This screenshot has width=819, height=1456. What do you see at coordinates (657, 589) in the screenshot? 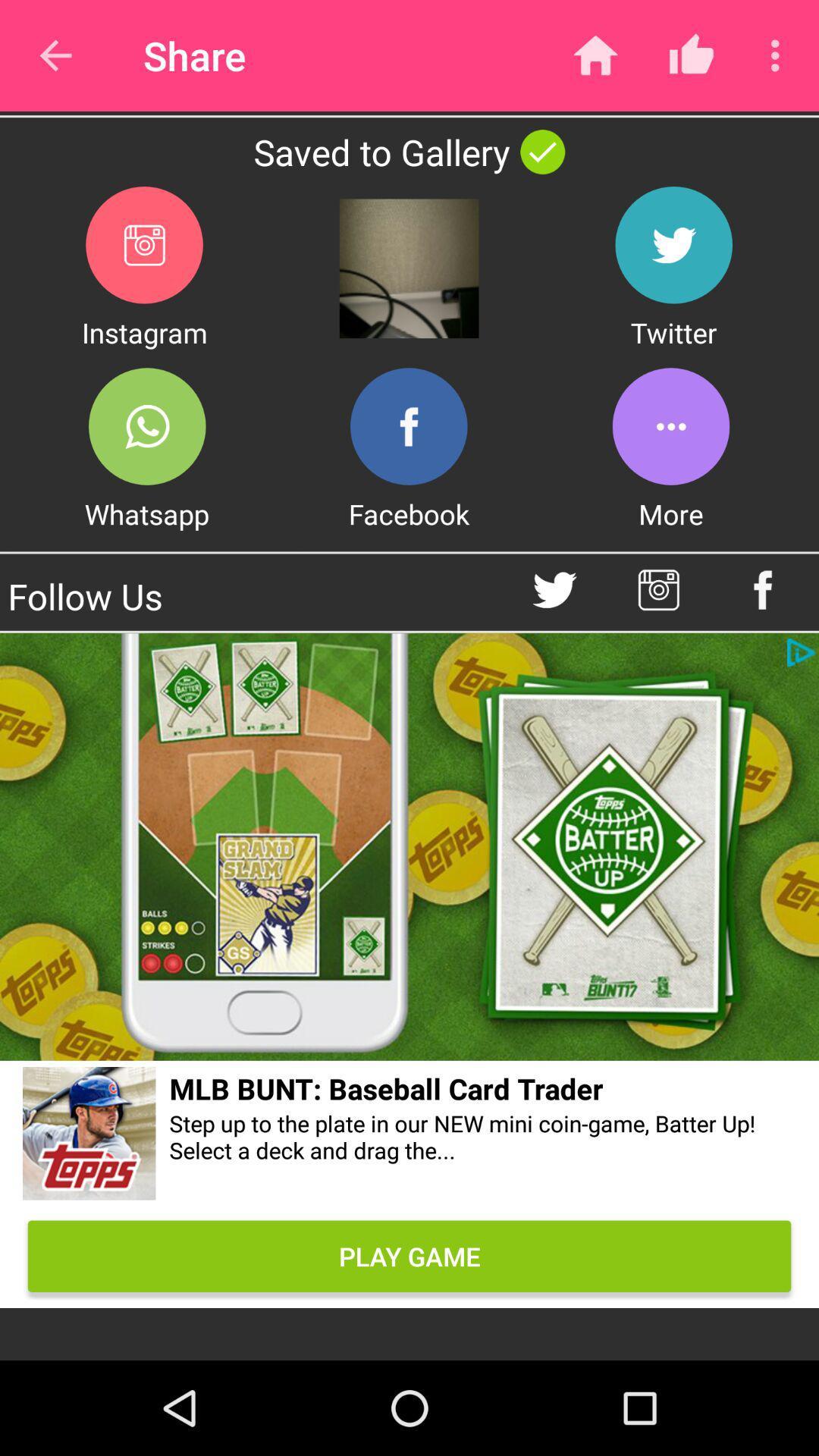
I see `follow on instagram` at bounding box center [657, 589].